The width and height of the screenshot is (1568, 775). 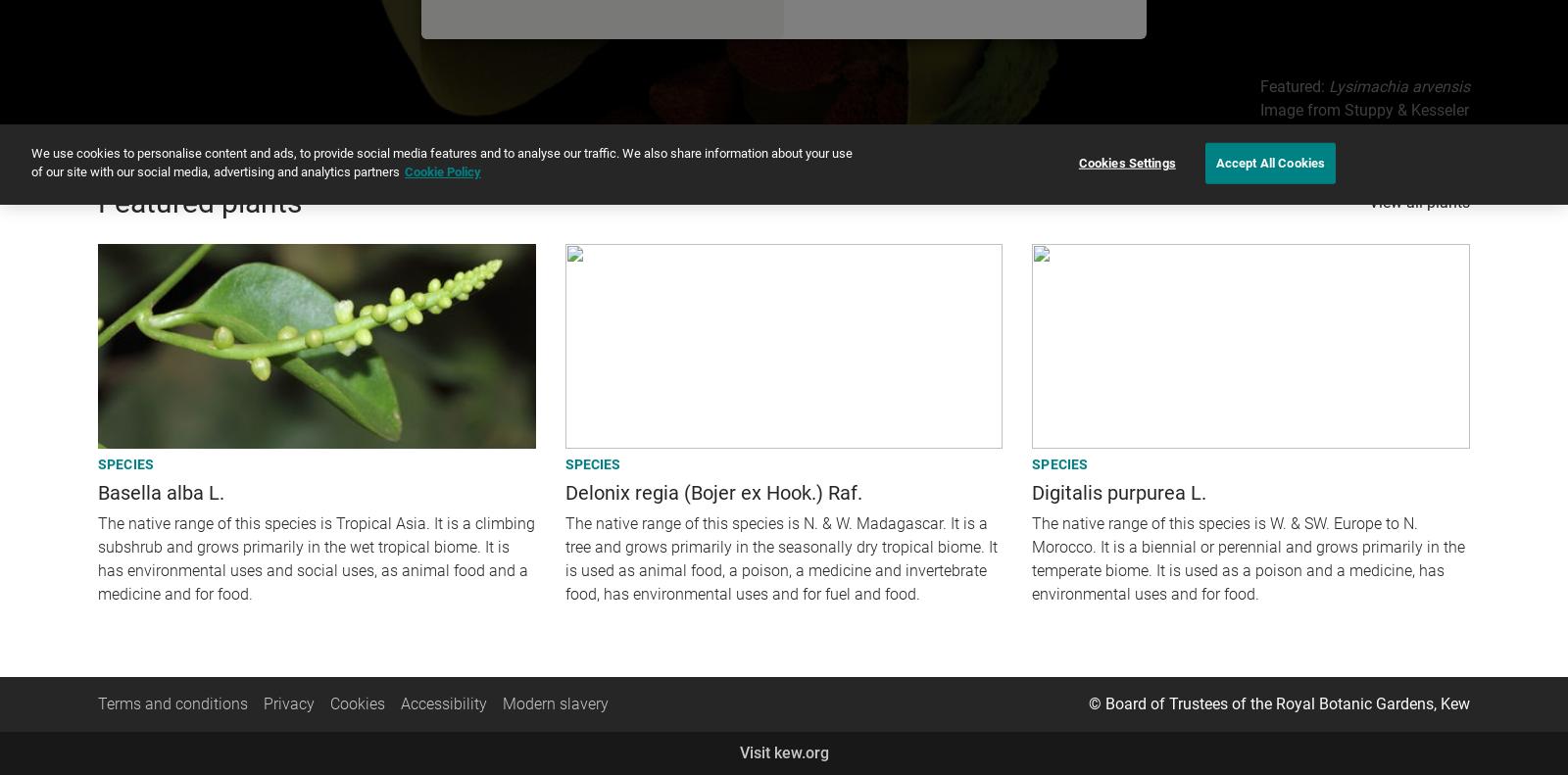 What do you see at coordinates (171, 702) in the screenshot?
I see `'Terms and conditions'` at bounding box center [171, 702].